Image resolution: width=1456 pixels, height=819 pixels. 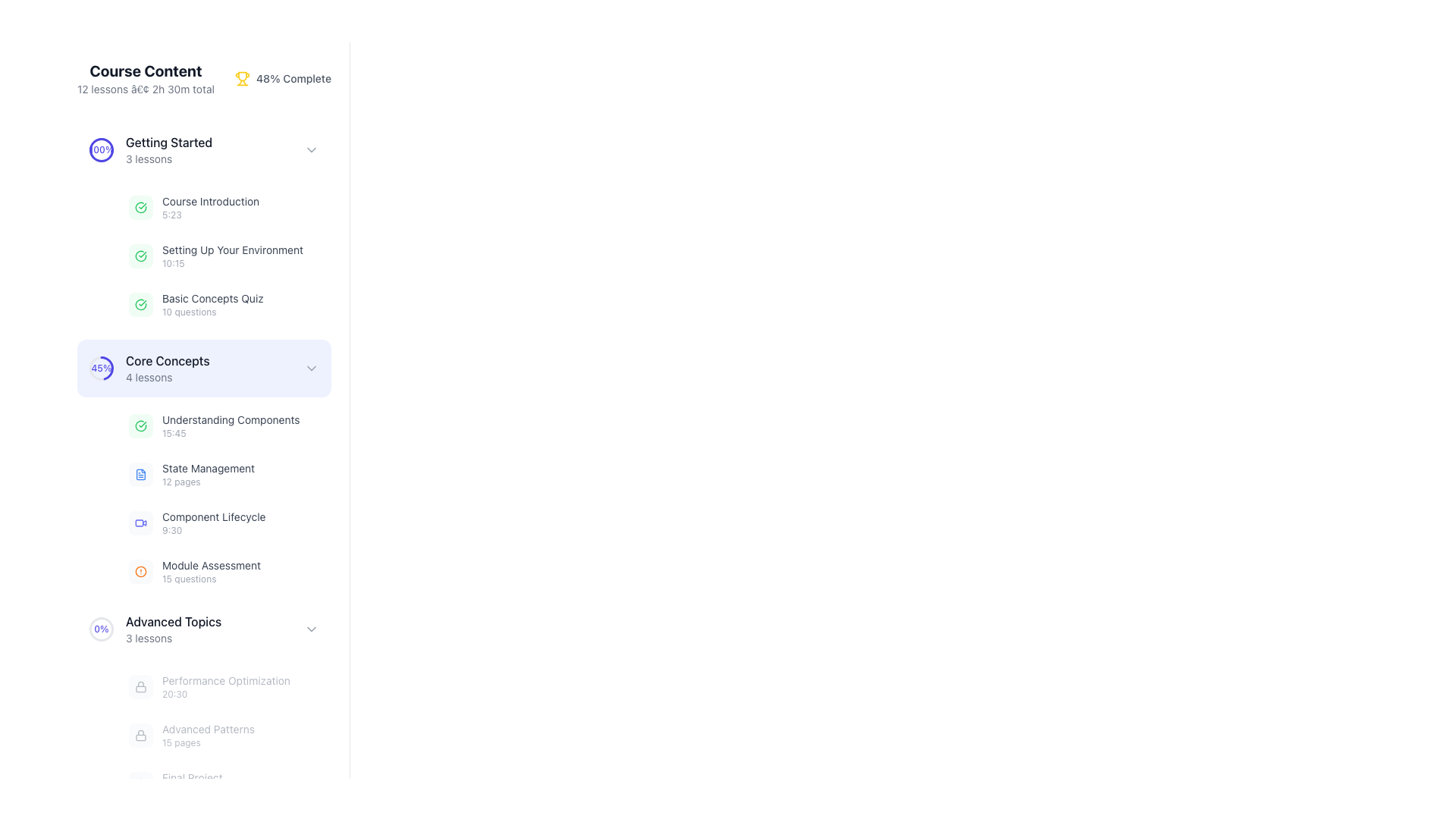 What do you see at coordinates (224, 522) in the screenshot?
I see `the third interactive list item labeled 'Component Lifecycle' with a video icon` at bounding box center [224, 522].